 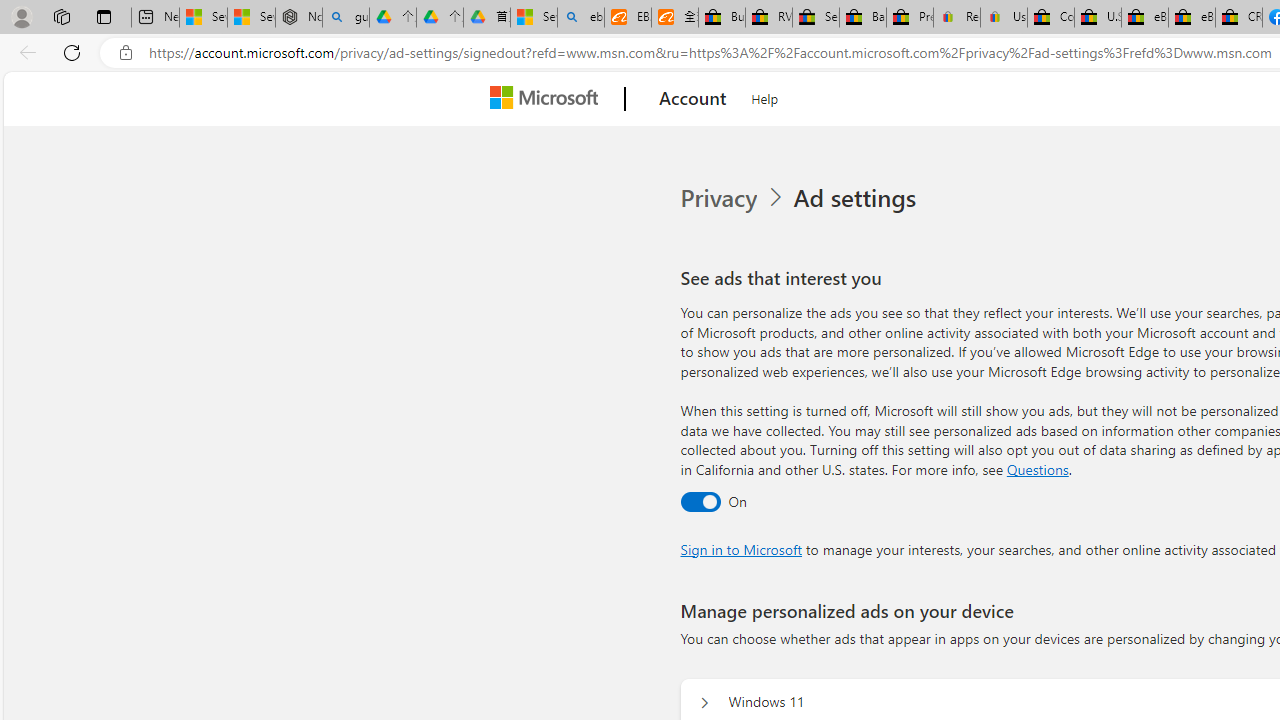 What do you see at coordinates (1191, 17) in the screenshot?
I see `'eBay Inc. Reports Third Quarter 2023 Results'` at bounding box center [1191, 17].